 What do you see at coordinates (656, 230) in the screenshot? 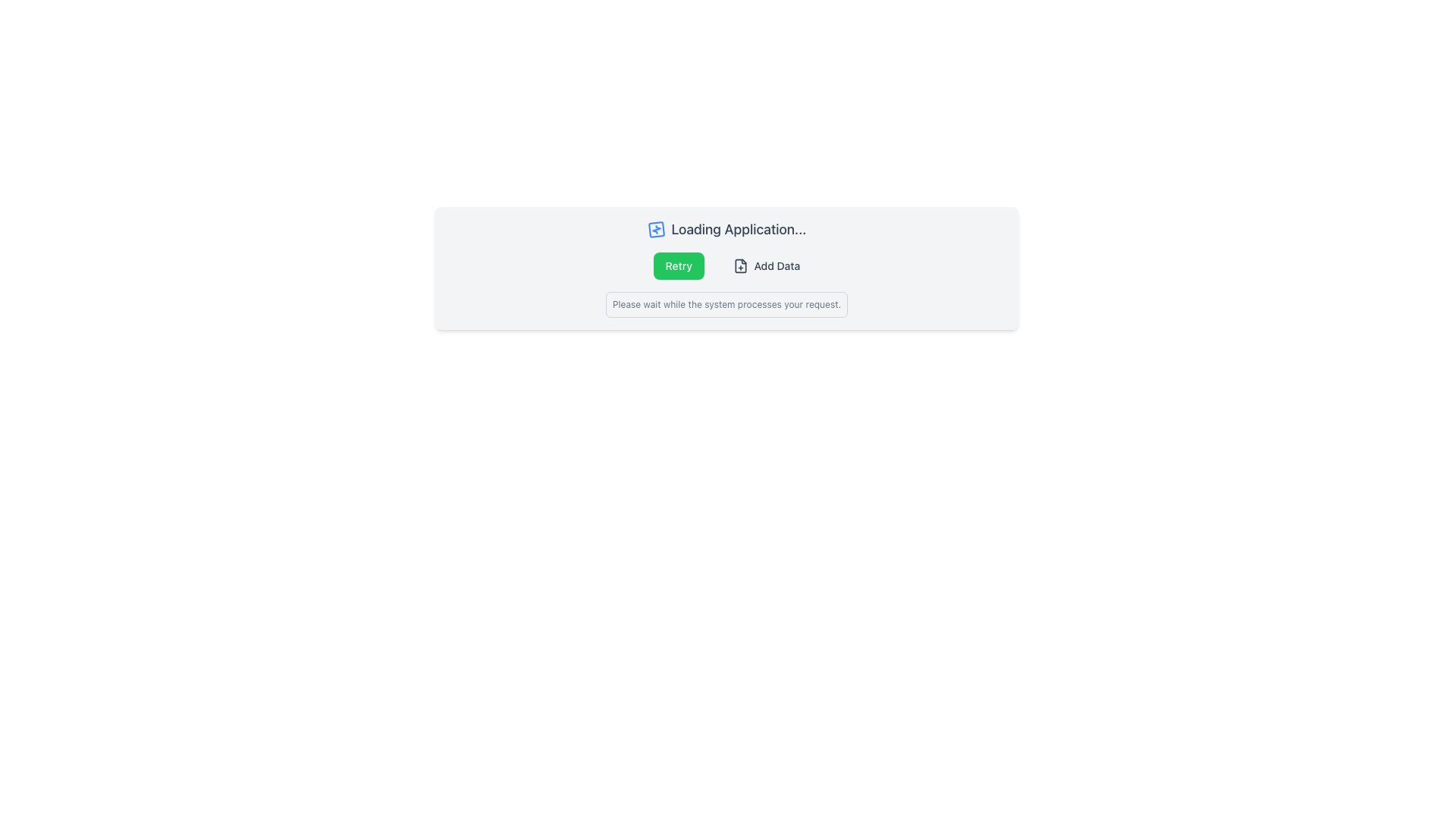
I see `the small, rounded-corner square loading indicator part, which is styled as part of a spinner or loading icon, located near the text 'Loading Application...'` at bounding box center [656, 230].